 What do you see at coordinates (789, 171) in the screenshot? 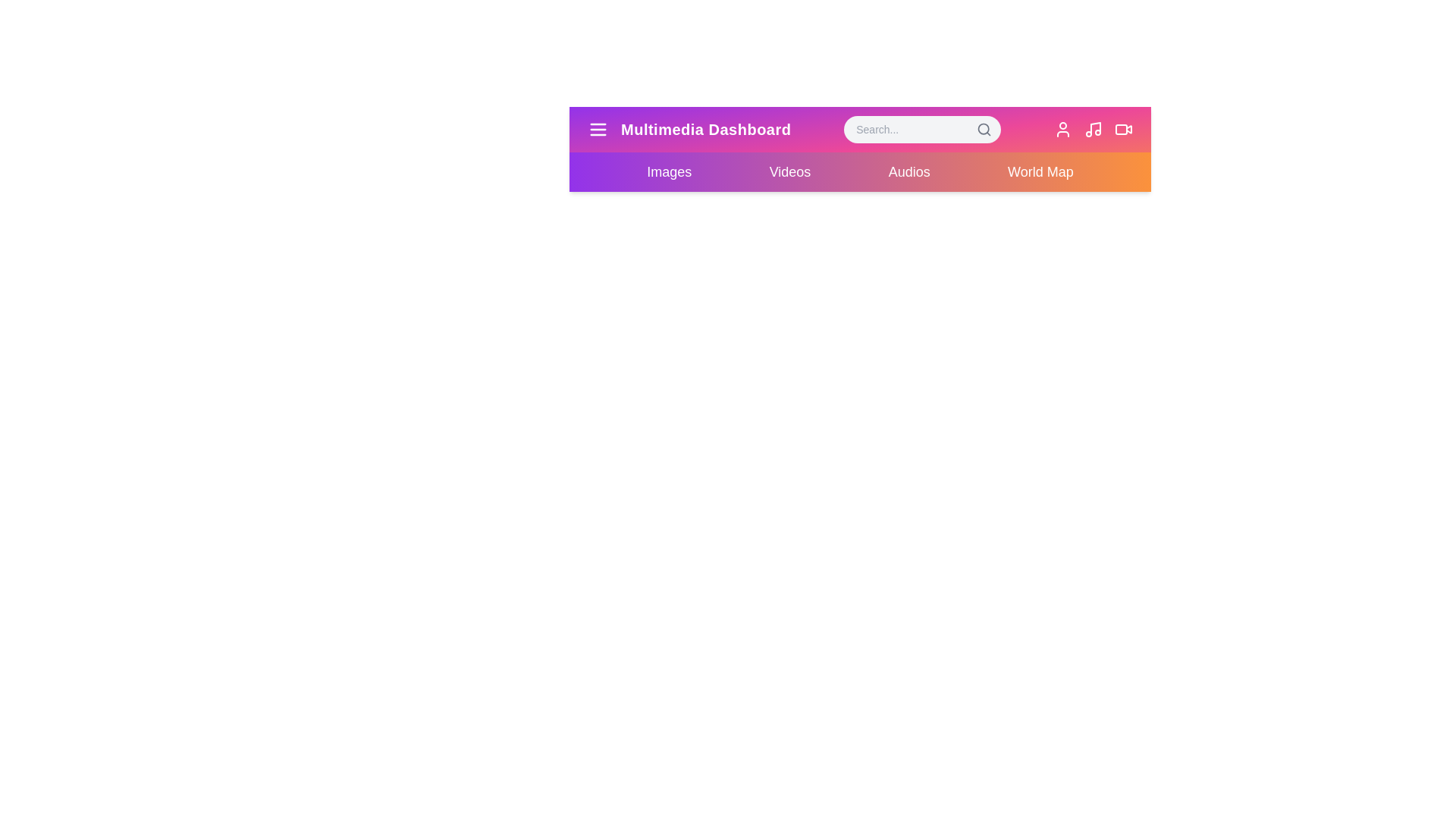
I see `the element Videos menu item to reveal its hover effect` at bounding box center [789, 171].